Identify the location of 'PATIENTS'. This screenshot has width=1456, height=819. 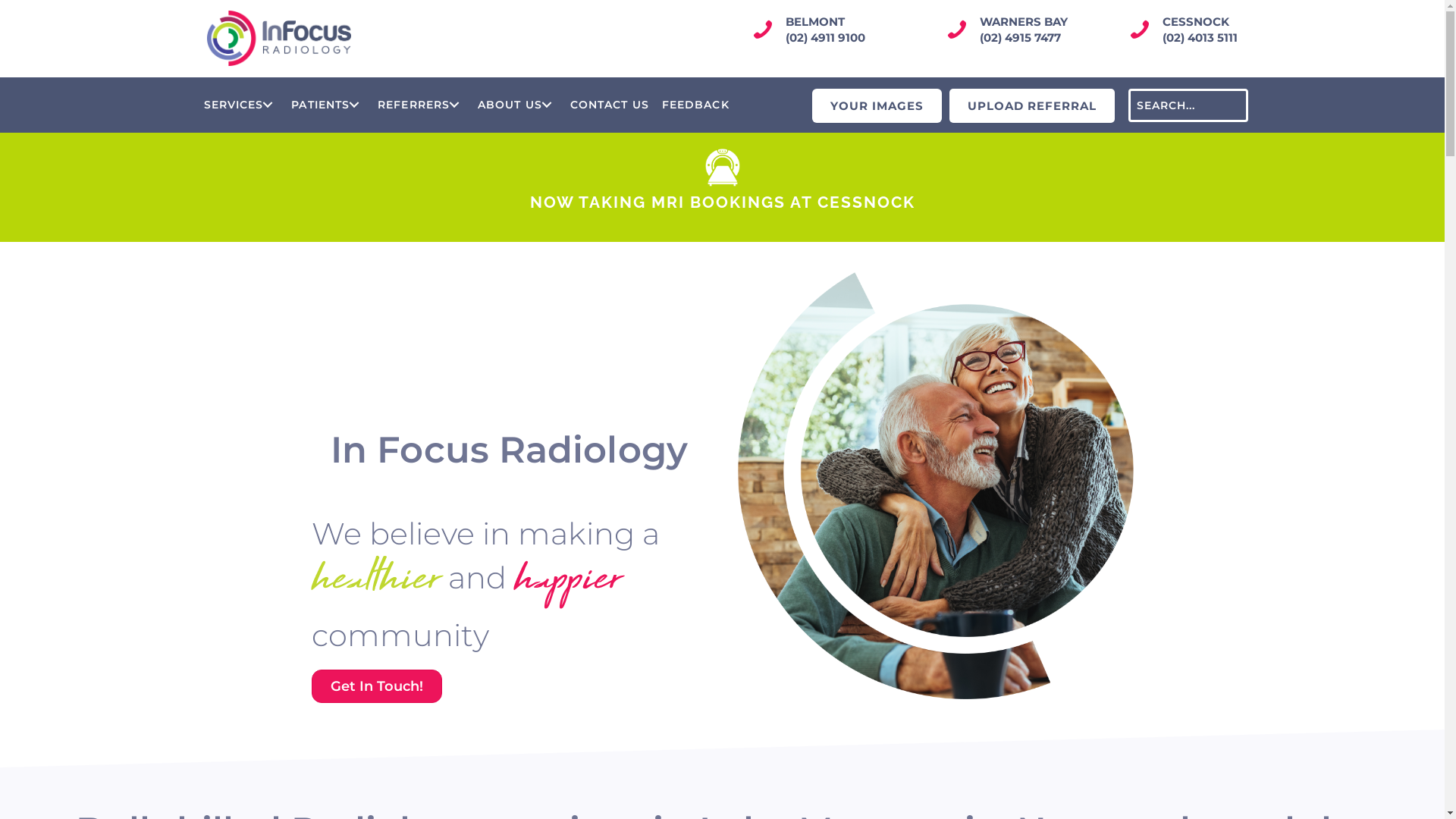
(287, 104).